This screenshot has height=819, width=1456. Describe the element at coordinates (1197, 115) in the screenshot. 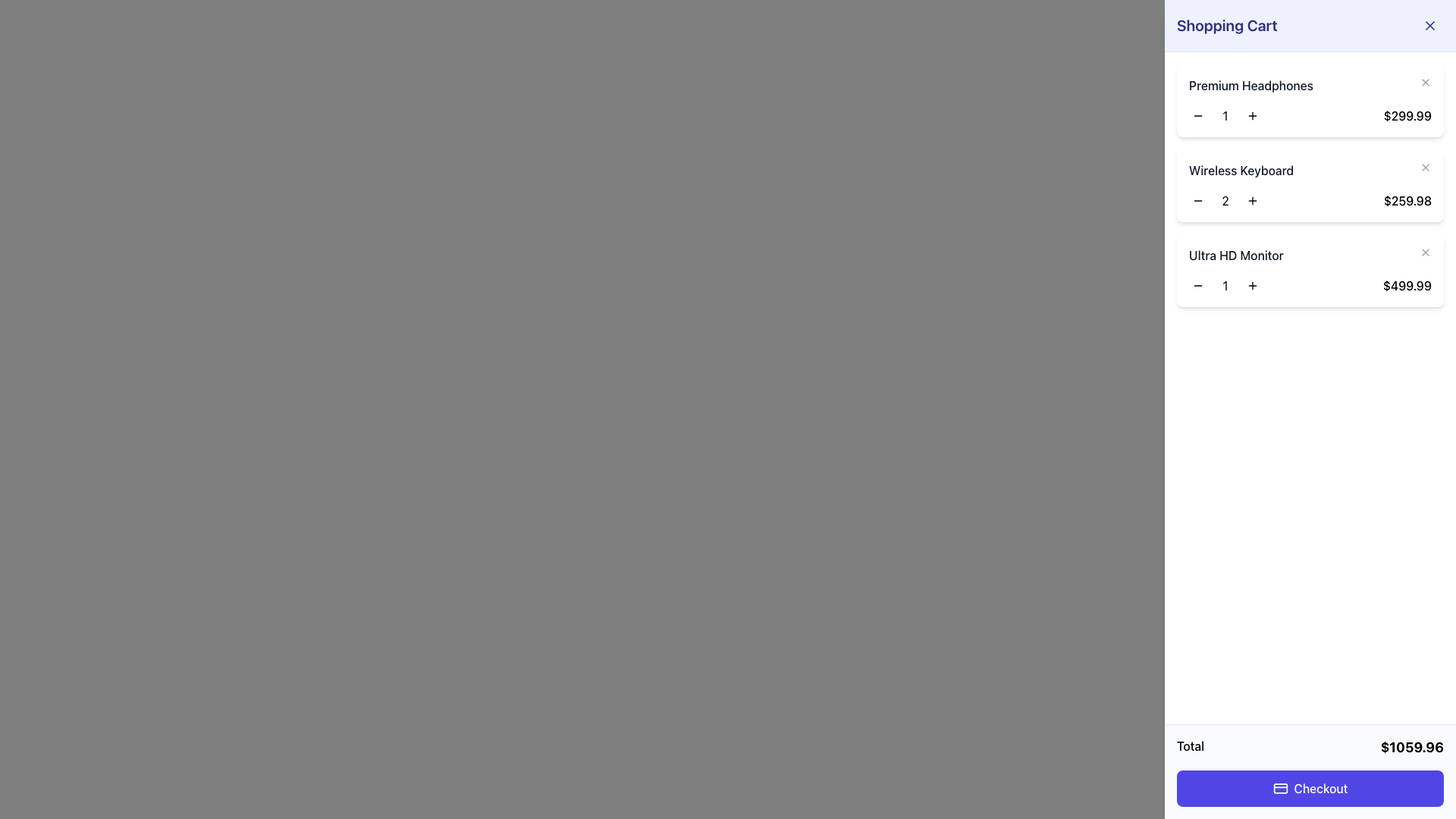

I see `the decrement quantity button located to the left of the quantity number '1' in the shopping cart interface to reduce the quantity of 'Premium Headphones'` at that location.